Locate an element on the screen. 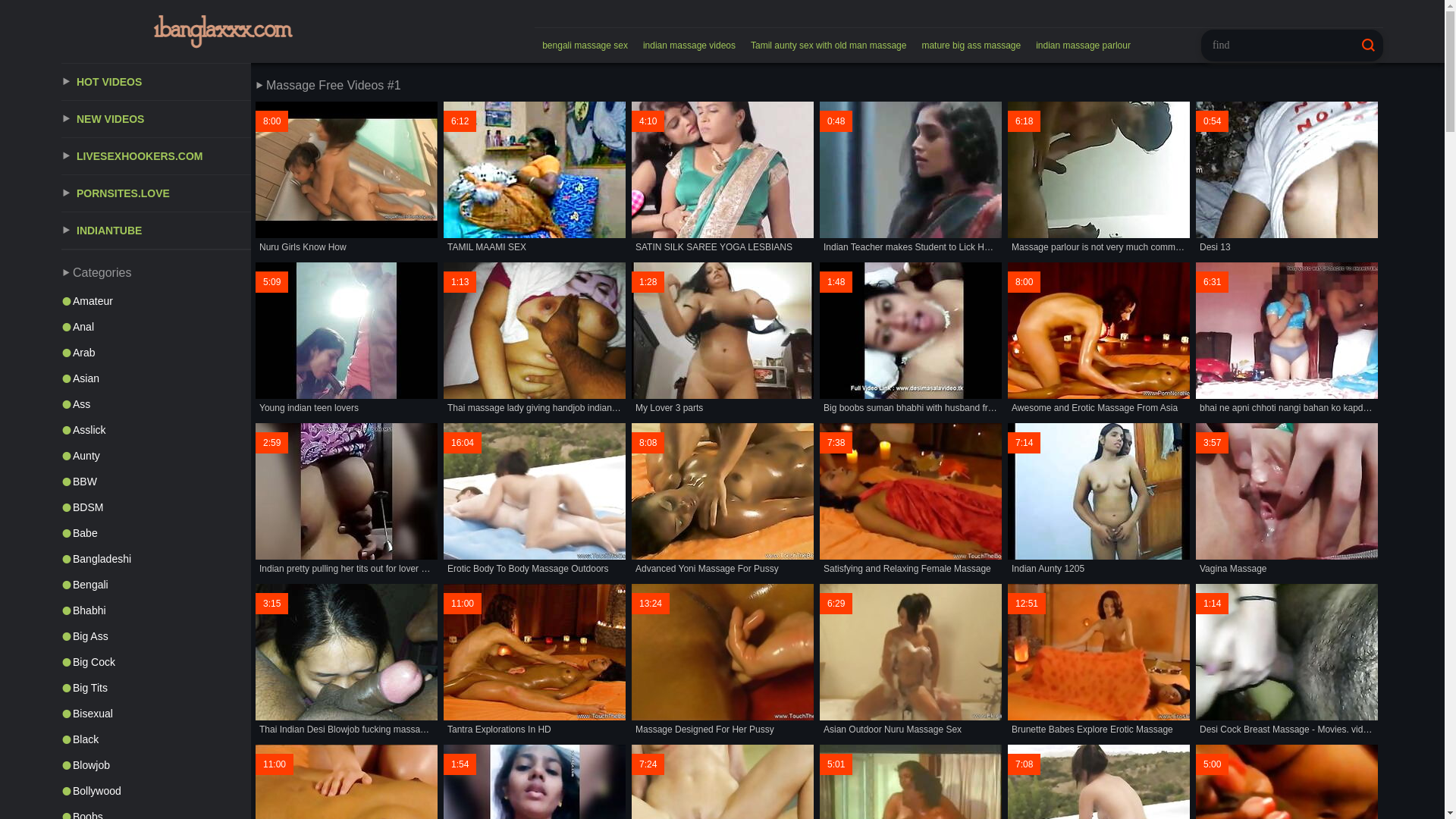 The width and height of the screenshot is (1456, 819). 'mature big ass massage' is located at coordinates (971, 45).